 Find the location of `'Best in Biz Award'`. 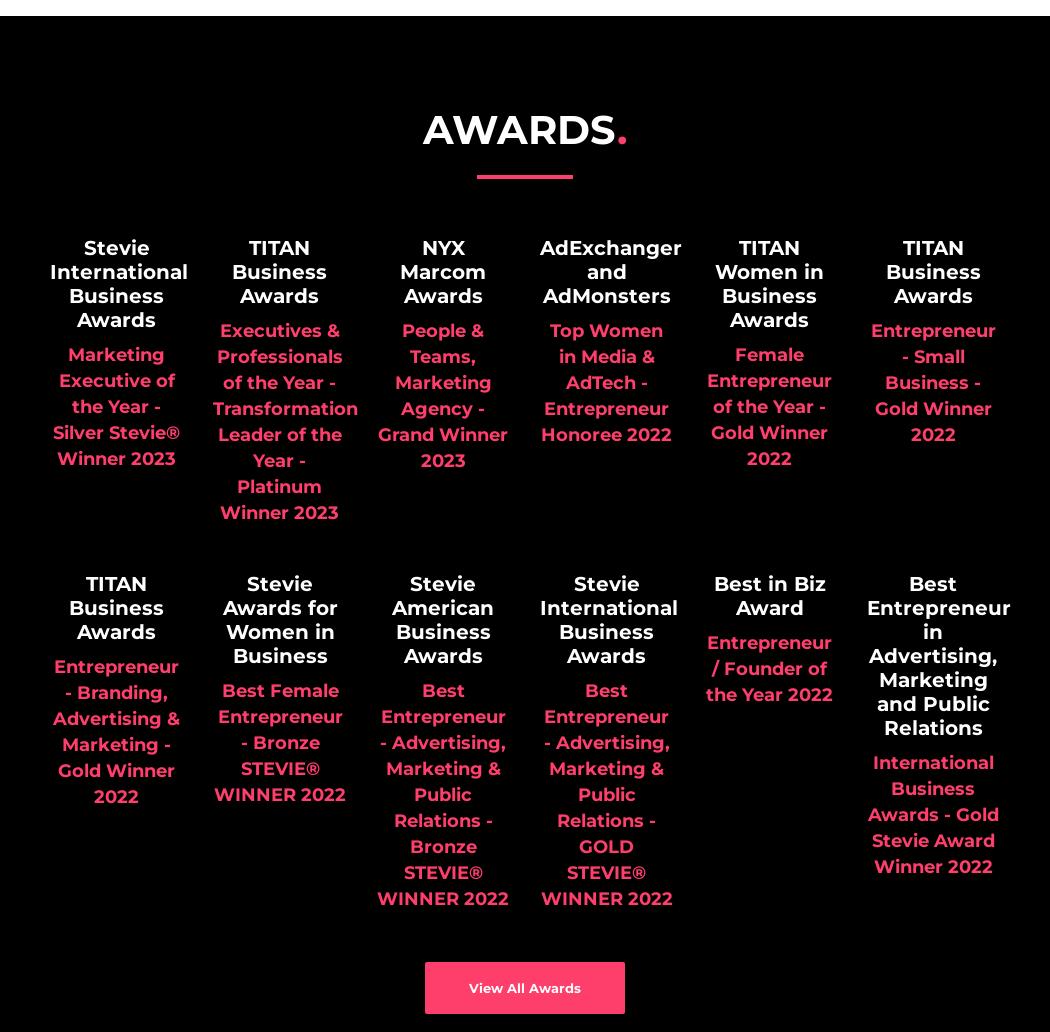

'Best in Biz Award' is located at coordinates (712, 595).